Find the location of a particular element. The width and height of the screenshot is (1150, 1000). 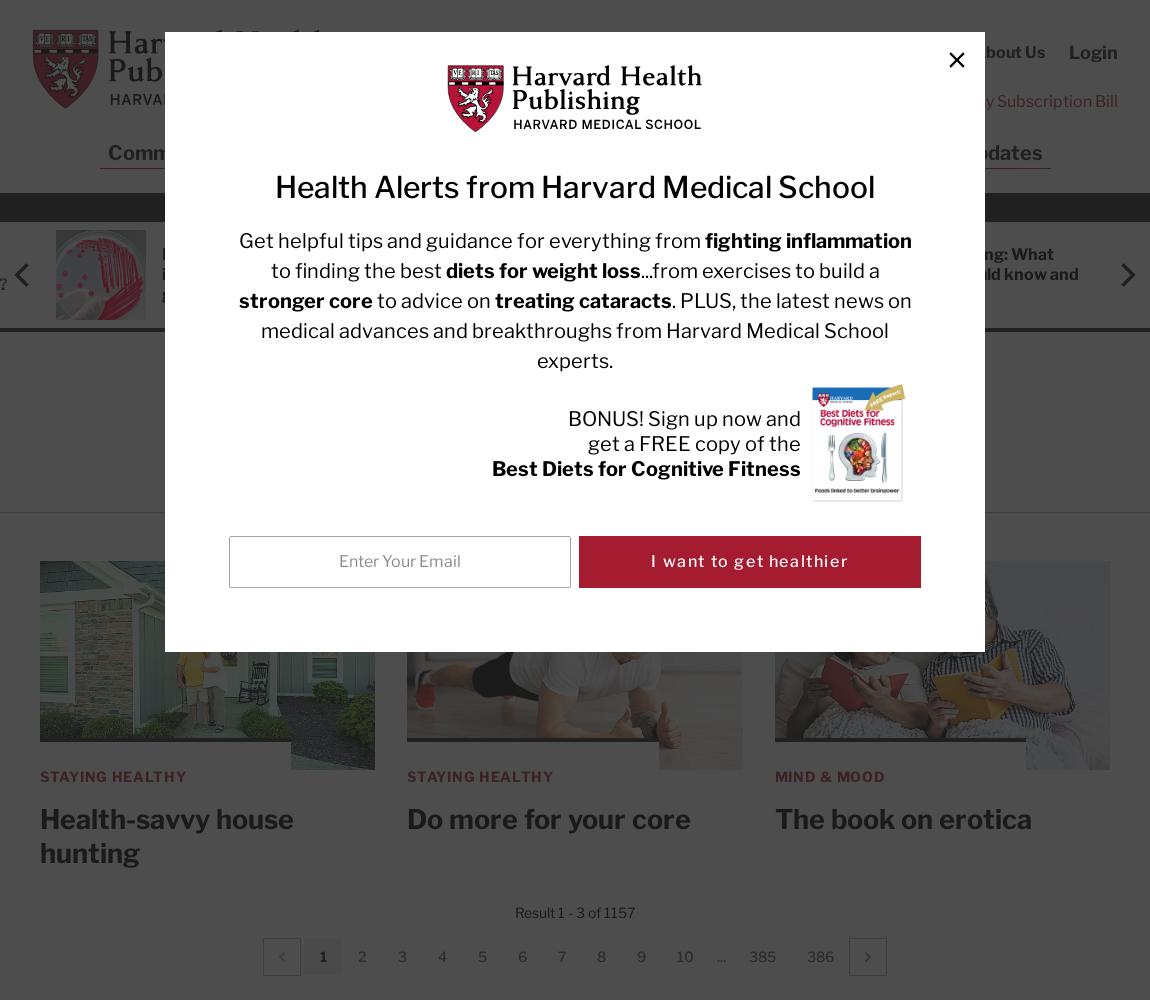

'Login' is located at coordinates (1093, 52).